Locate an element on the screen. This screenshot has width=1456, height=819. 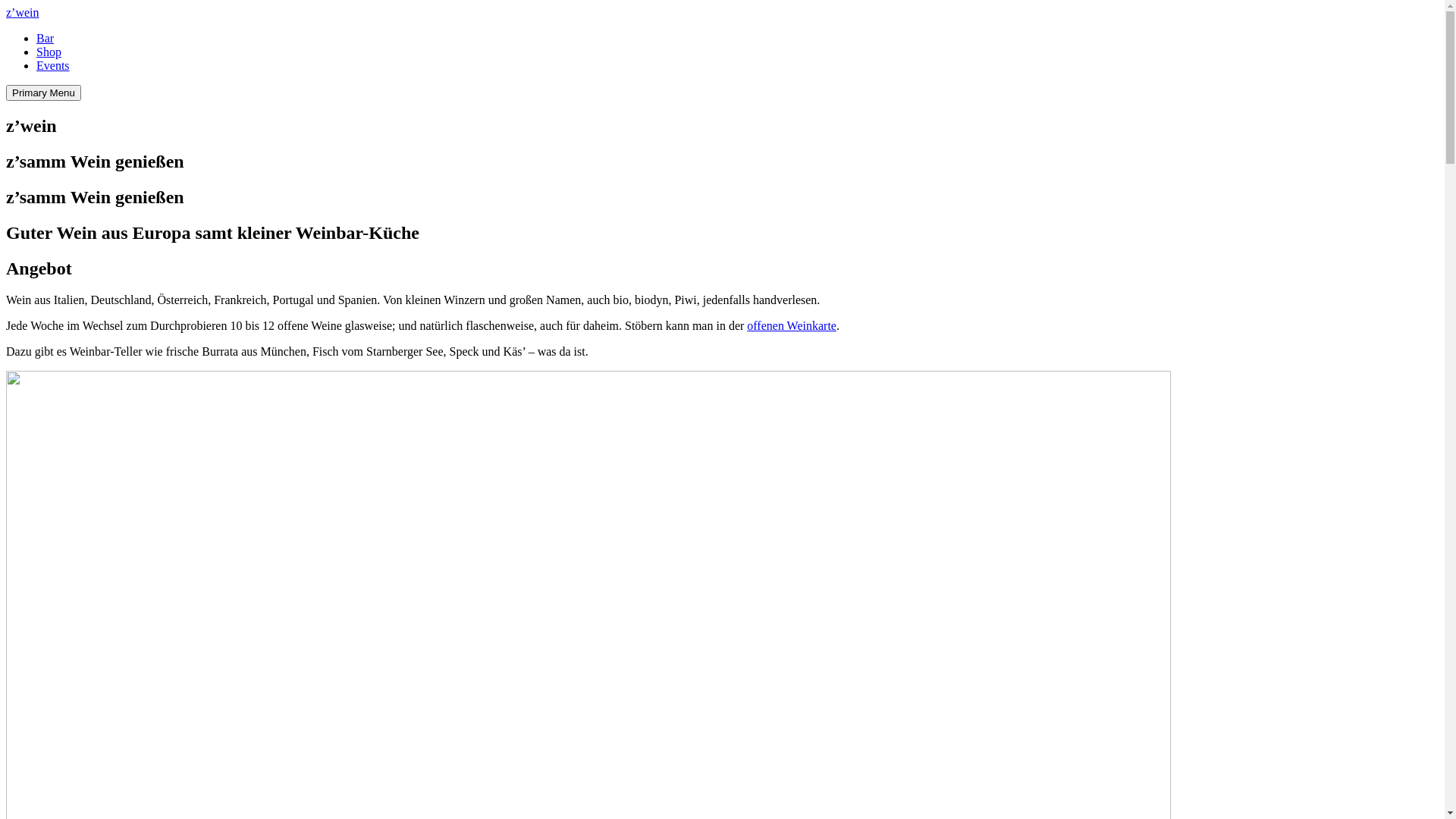
'Shop' is located at coordinates (49, 51).